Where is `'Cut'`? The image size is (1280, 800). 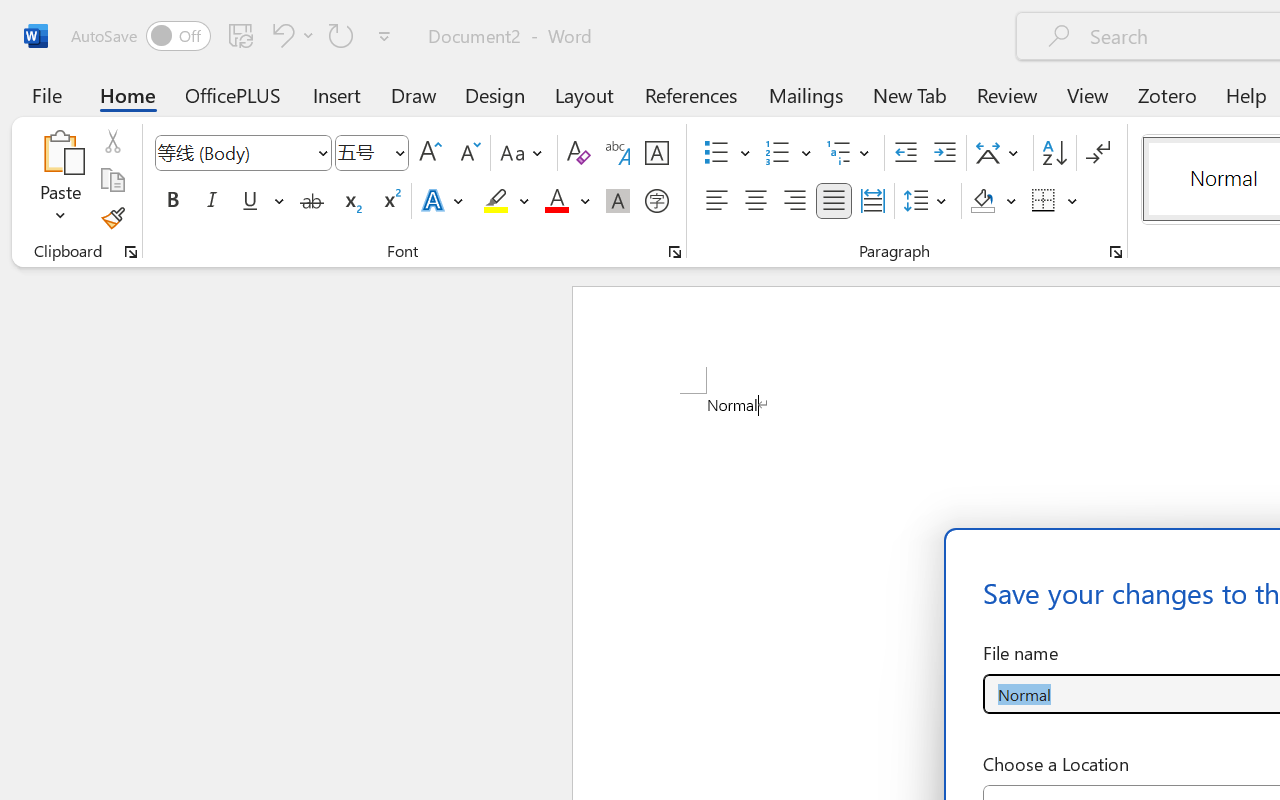 'Cut' is located at coordinates (111, 141).